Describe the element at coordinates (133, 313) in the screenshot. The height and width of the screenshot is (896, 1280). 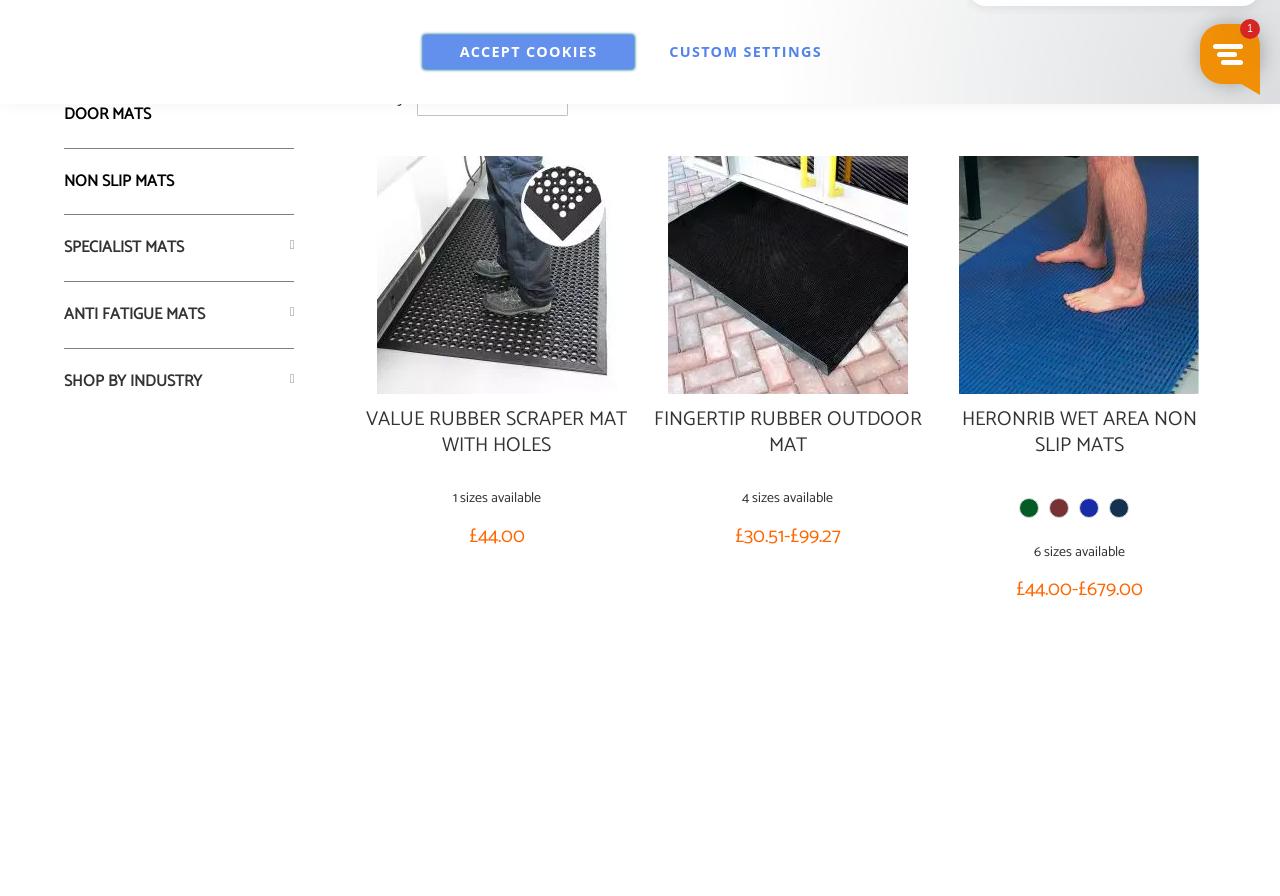
I see `'Anti Fatigue Mats'` at that location.